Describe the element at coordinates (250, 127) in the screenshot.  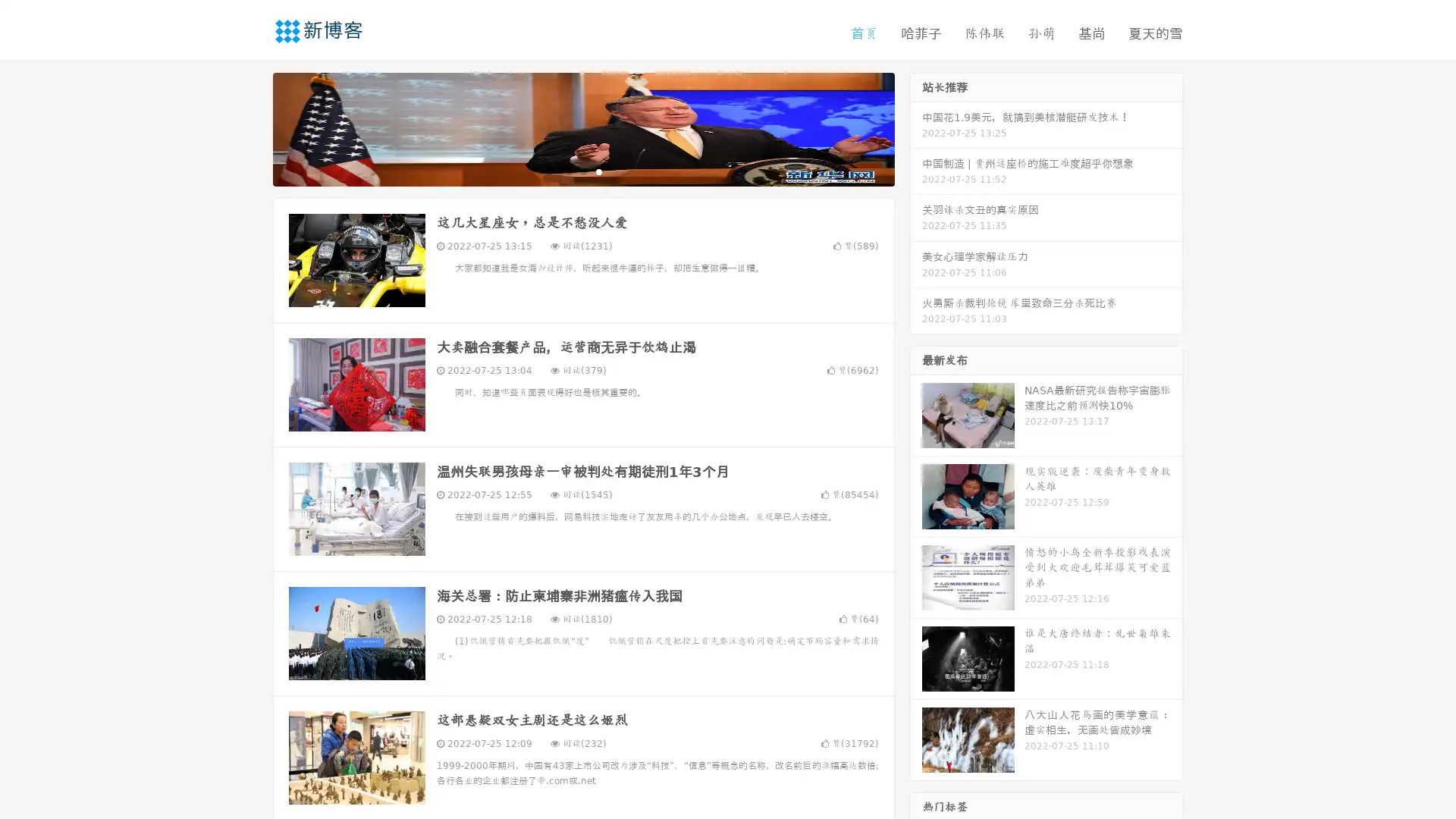
I see `Previous slide` at that location.